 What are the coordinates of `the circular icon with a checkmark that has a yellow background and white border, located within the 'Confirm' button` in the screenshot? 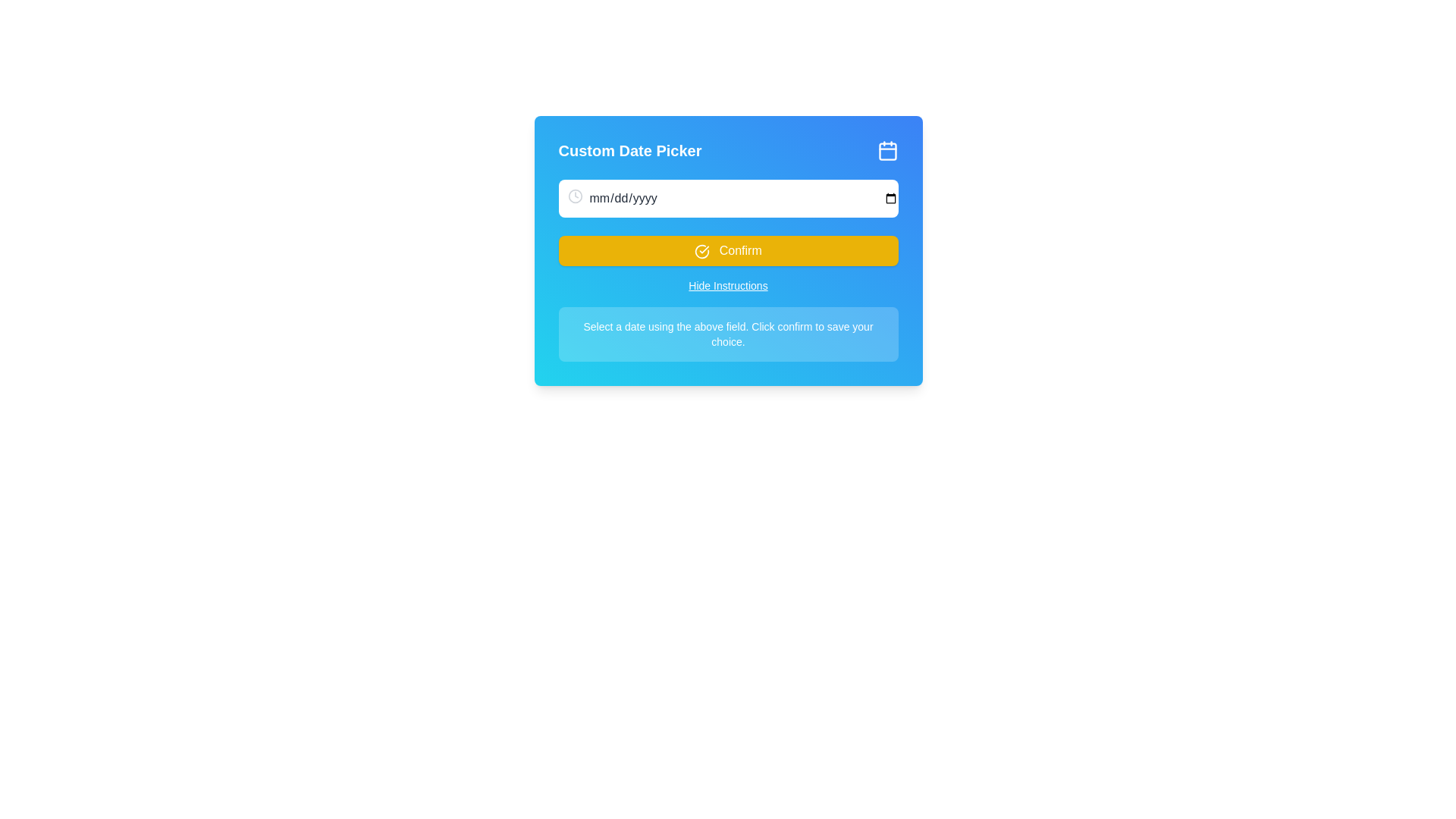 It's located at (701, 250).